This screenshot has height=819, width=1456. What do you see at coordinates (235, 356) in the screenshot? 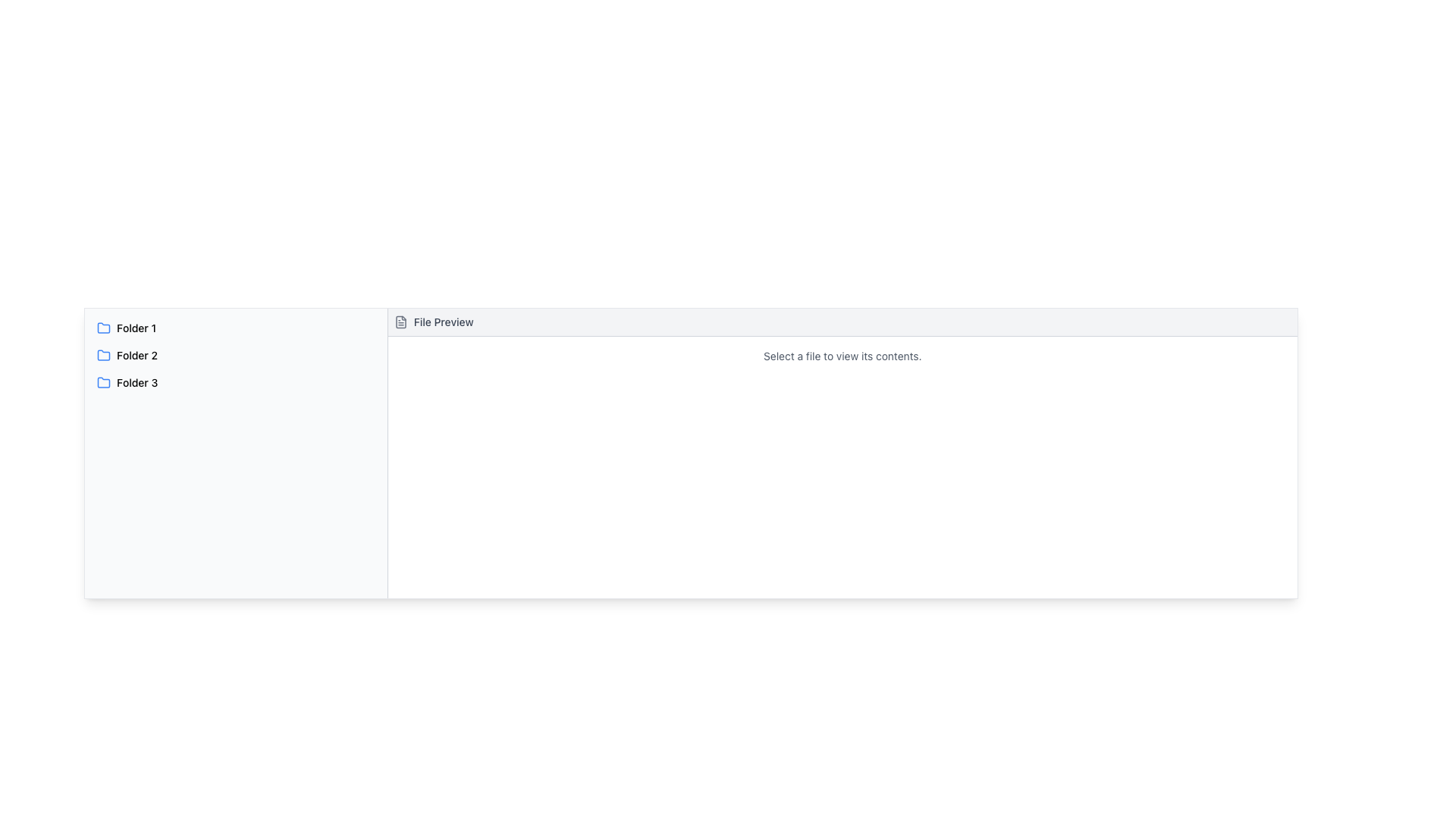
I see `the 'Folder 2' list item in the left panel of the application` at bounding box center [235, 356].